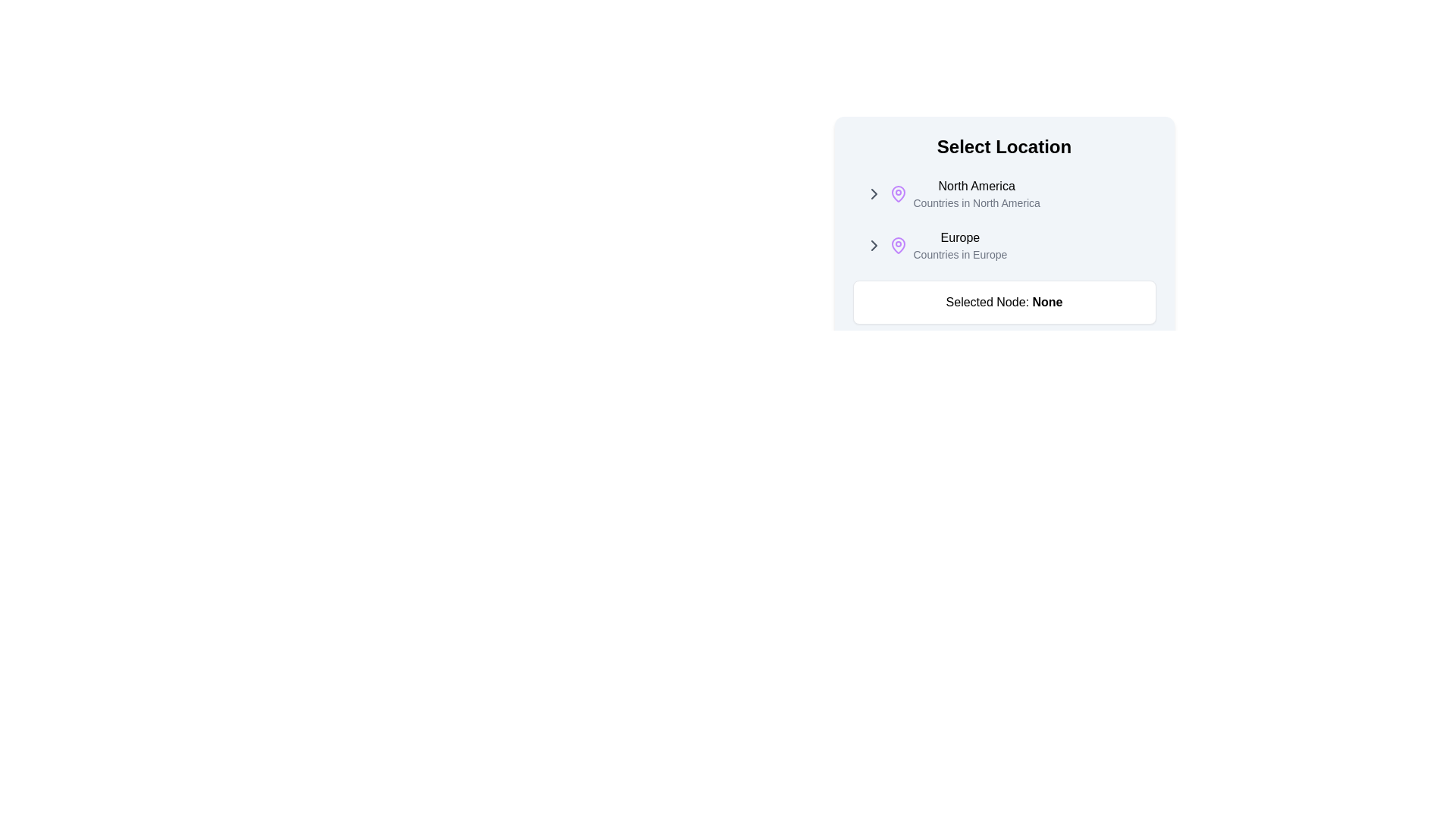  What do you see at coordinates (898, 193) in the screenshot?
I see `the vivid purple map pin icon, which is positioned to the left of the 'North America' label in the flexbox layout, ensuring the pointer is directed at its center` at bounding box center [898, 193].